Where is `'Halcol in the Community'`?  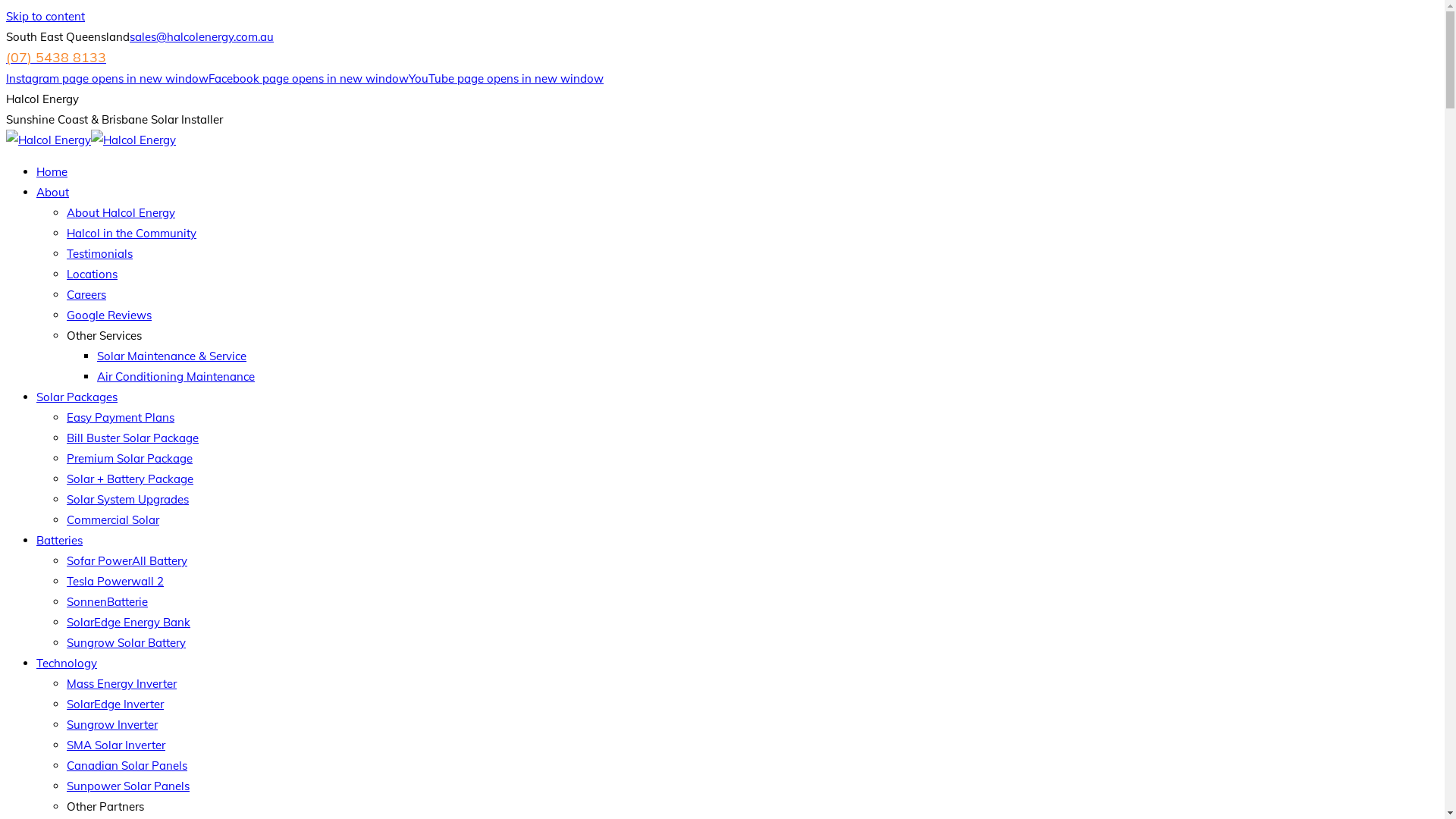 'Halcol in the Community' is located at coordinates (131, 233).